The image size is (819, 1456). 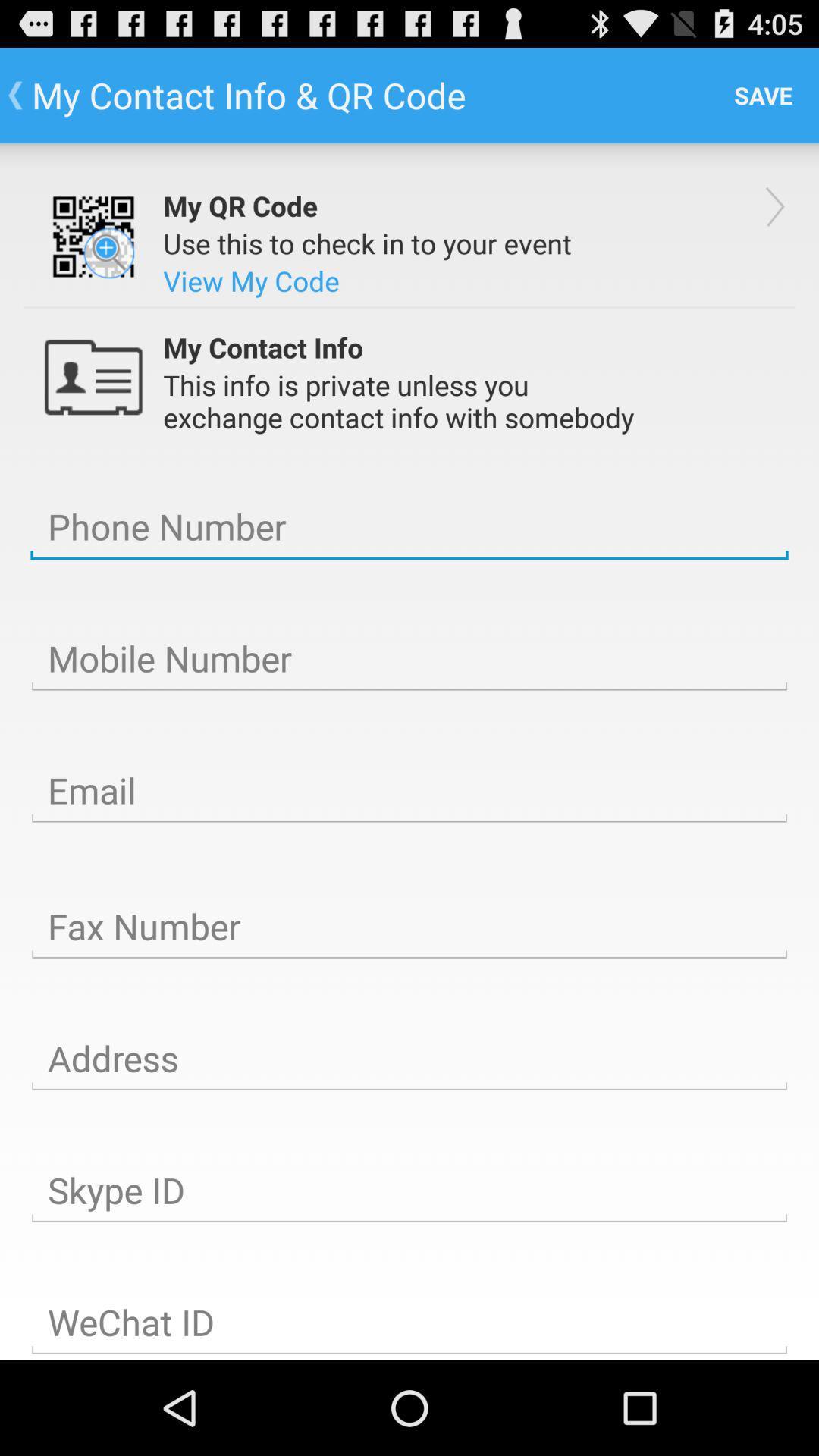 What do you see at coordinates (409, 527) in the screenshot?
I see `your phone number` at bounding box center [409, 527].